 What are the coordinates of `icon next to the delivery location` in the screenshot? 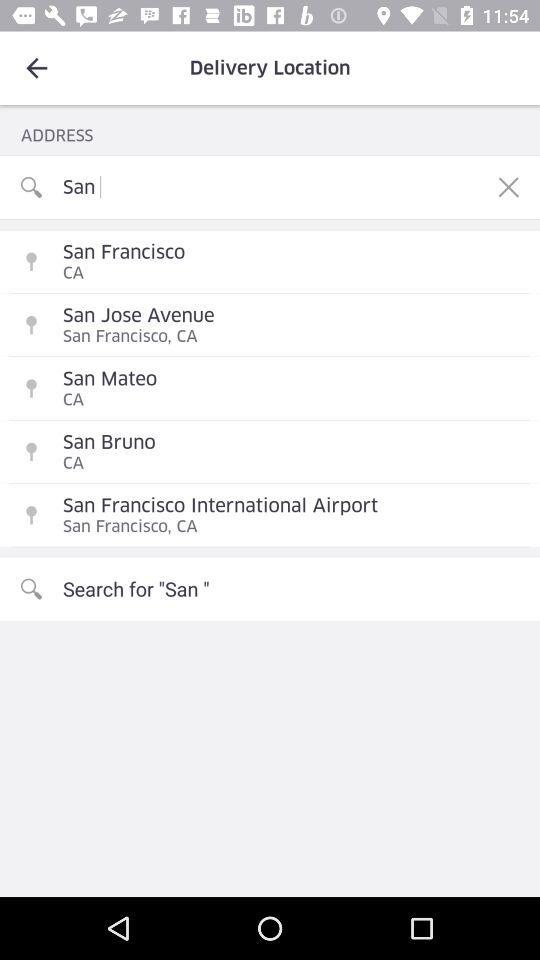 It's located at (36, 68).